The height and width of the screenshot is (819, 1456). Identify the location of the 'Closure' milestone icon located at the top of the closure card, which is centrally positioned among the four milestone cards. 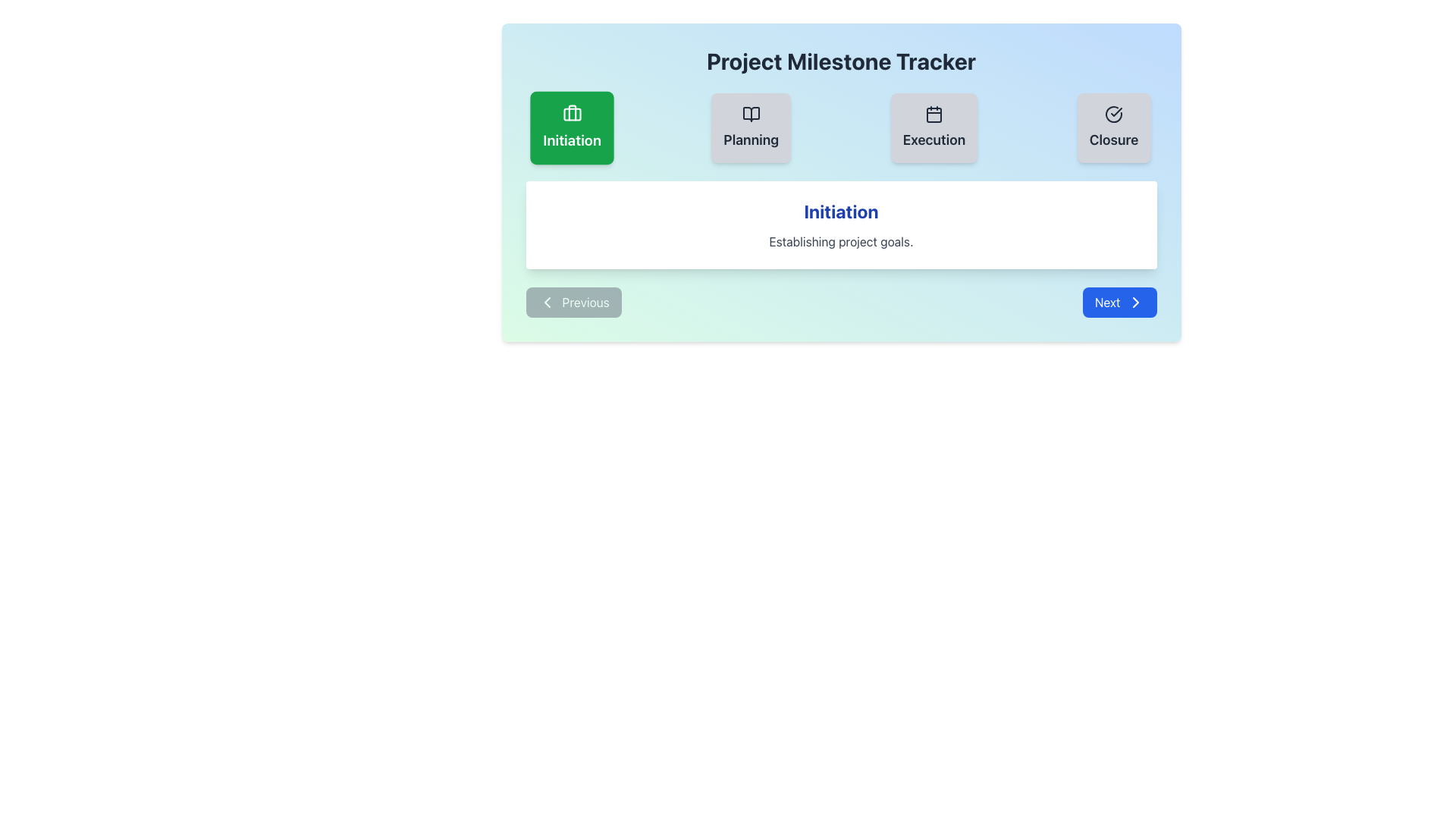
(1114, 113).